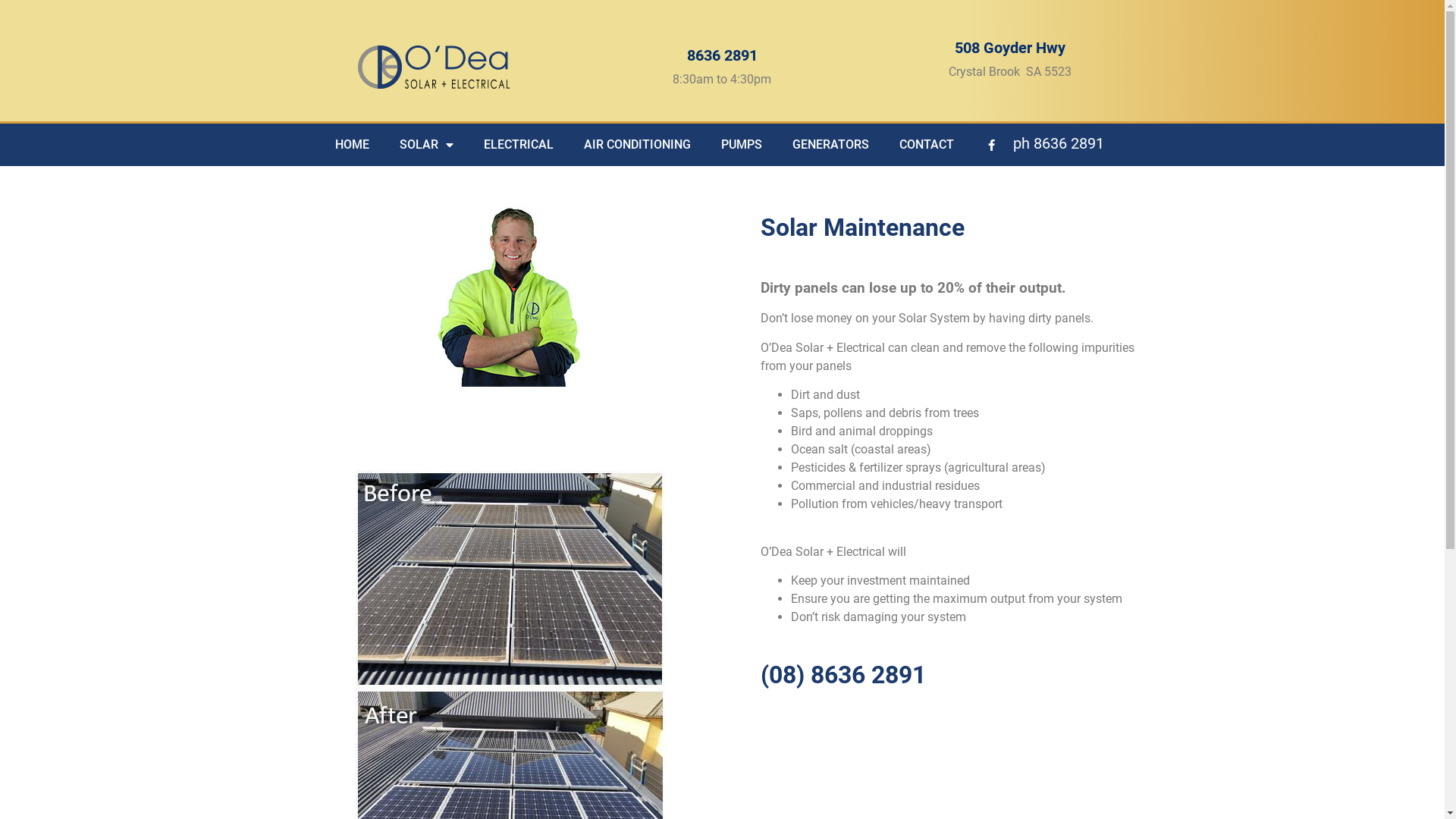 The width and height of the screenshot is (1456, 819). I want to click on 'HOME', so click(351, 145).